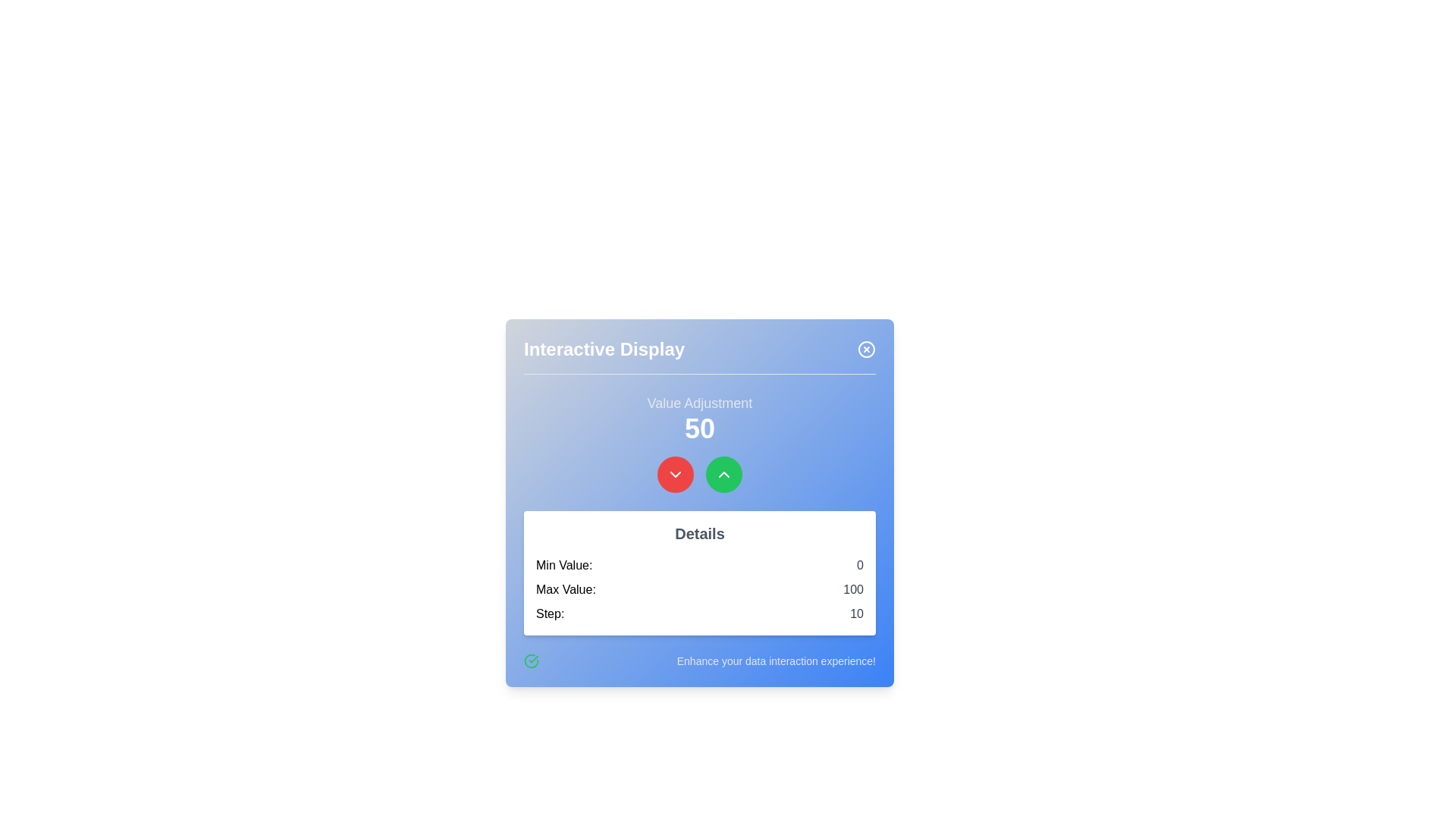  What do you see at coordinates (698, 429) in the screenshot?
I see `the Text Display element that shows the value '50' in a large, bold, white font against a blue background` at bounding box center [698, 429].